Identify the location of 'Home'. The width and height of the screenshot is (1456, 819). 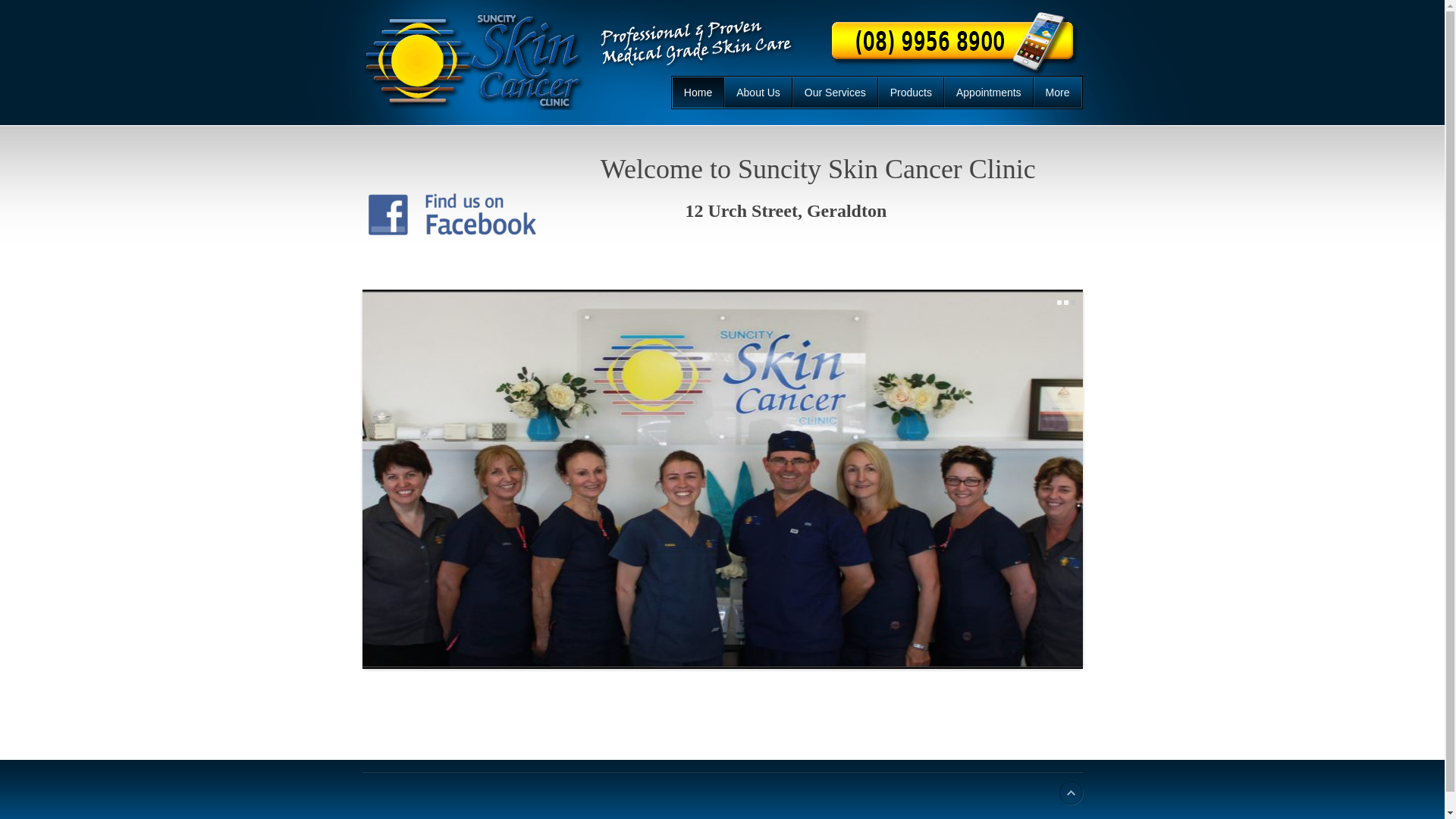
(698, 93).